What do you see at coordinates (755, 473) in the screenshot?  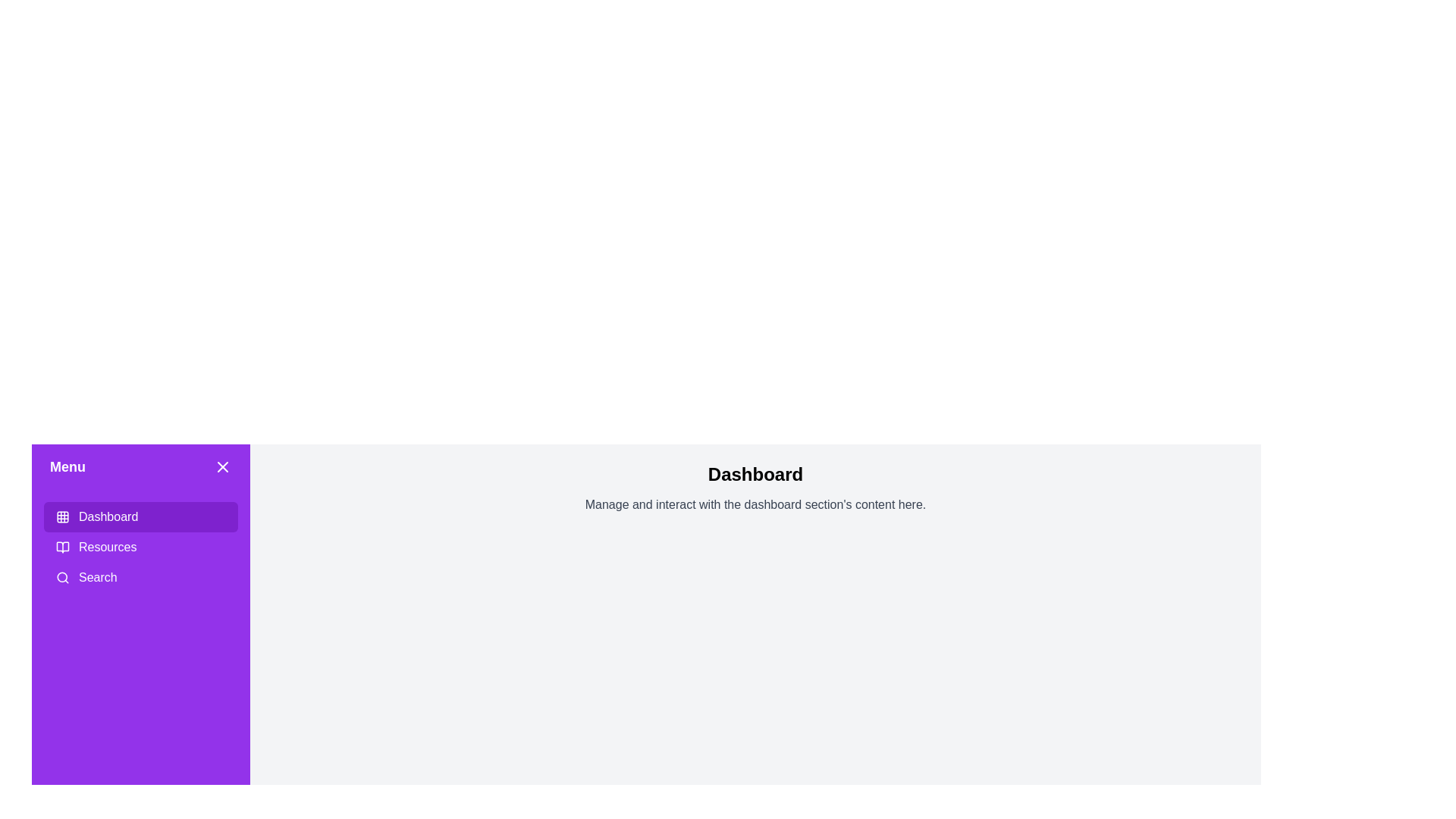 I see `the title text element that serves as the header for the associated section, positioned directly above the descriptive text` at bounding box center [755, 473].